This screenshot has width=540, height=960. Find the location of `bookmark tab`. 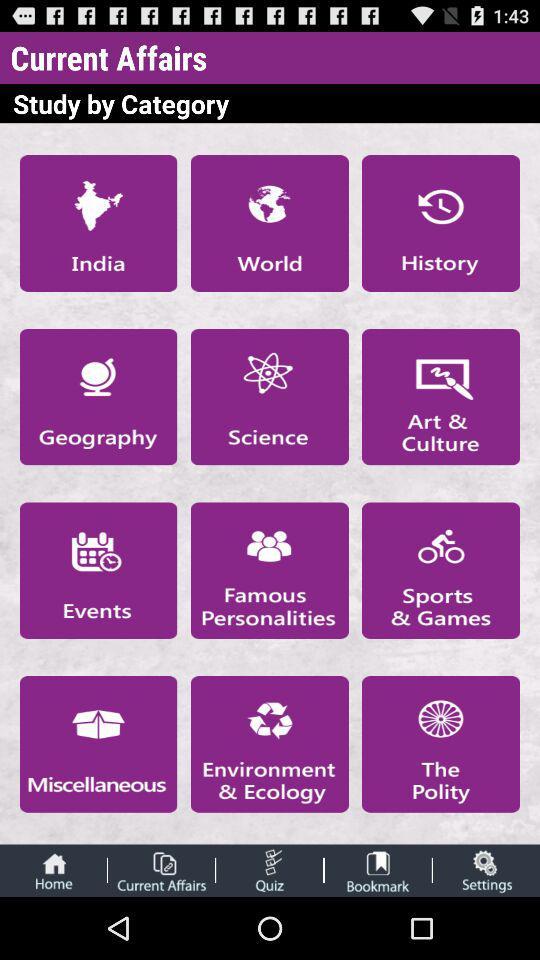

bookmark tab is located at coordinates (378, 869).